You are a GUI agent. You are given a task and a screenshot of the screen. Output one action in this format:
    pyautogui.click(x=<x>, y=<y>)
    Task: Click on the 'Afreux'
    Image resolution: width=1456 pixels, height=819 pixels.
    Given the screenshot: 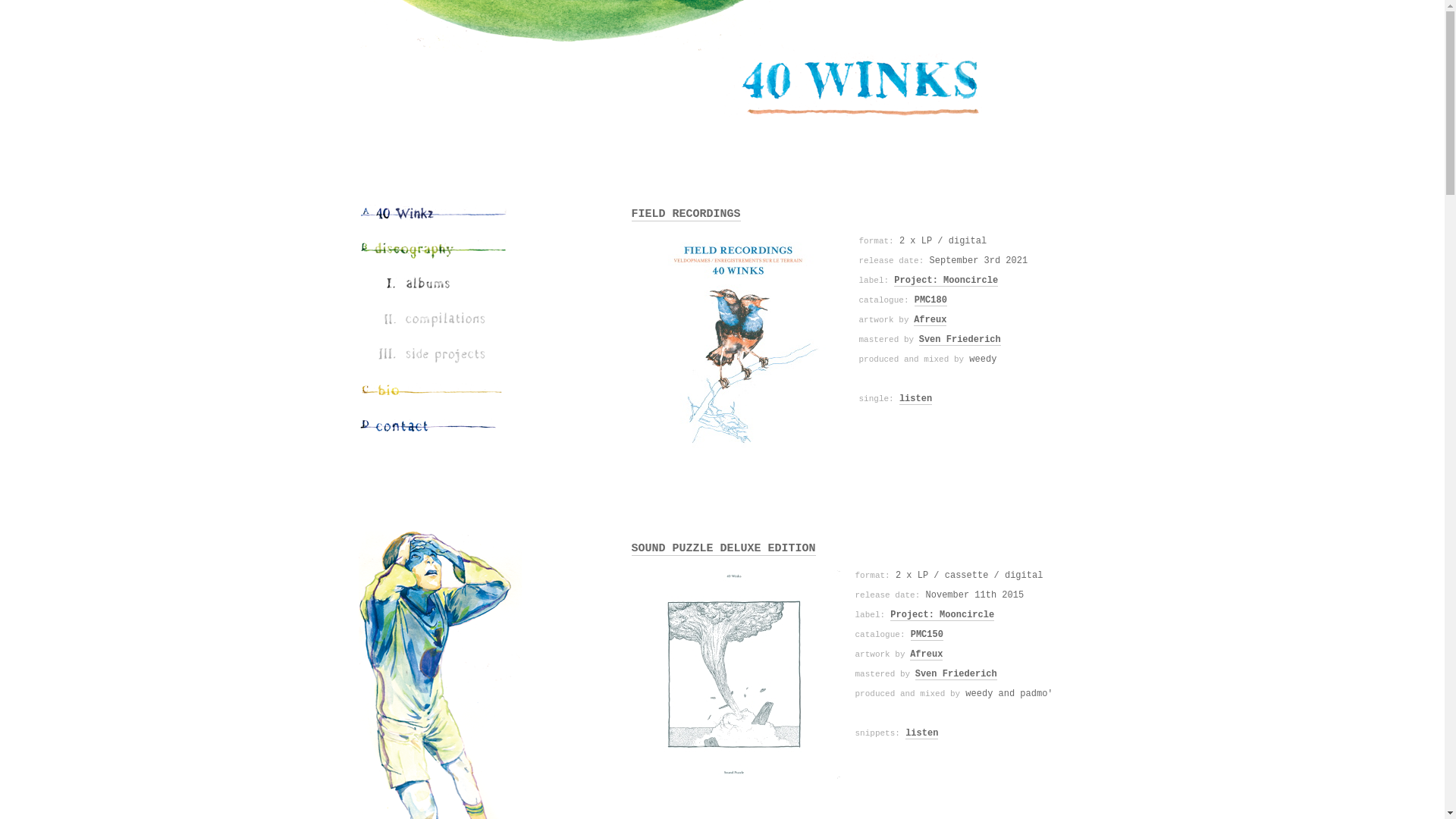 What is the action you would take?
    pyautogui.click(x=925, y=654)
    